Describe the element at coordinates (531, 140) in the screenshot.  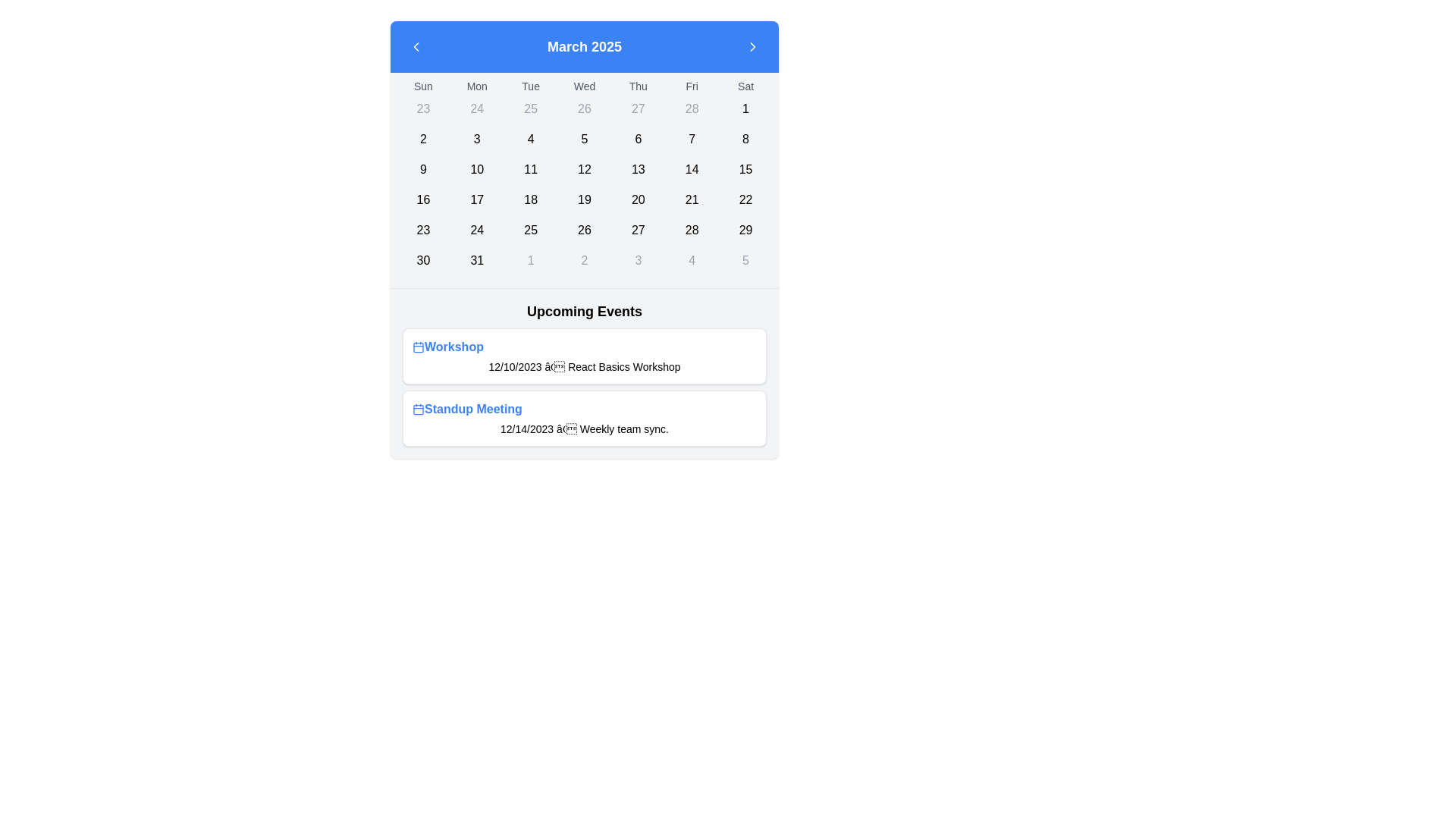
I see `the calendar day cell representing the 4th of March 2025` at that location.